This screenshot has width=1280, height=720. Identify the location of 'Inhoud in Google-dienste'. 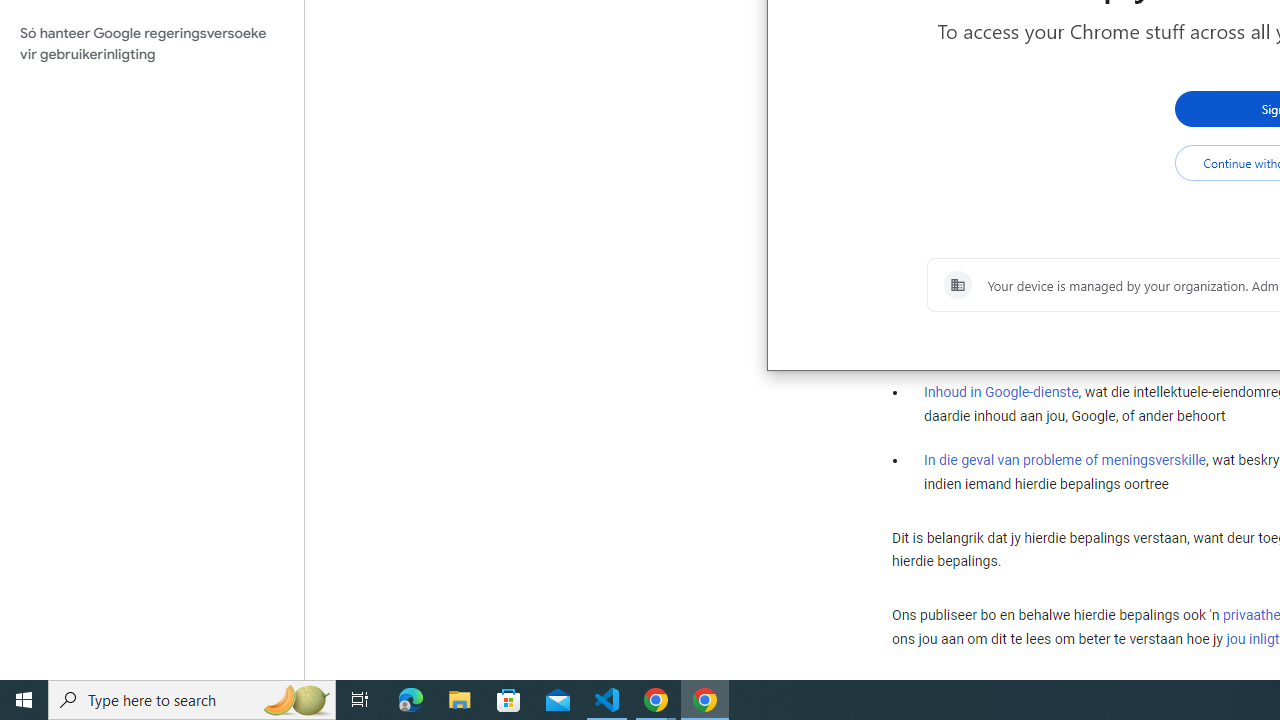
(1001, 392).